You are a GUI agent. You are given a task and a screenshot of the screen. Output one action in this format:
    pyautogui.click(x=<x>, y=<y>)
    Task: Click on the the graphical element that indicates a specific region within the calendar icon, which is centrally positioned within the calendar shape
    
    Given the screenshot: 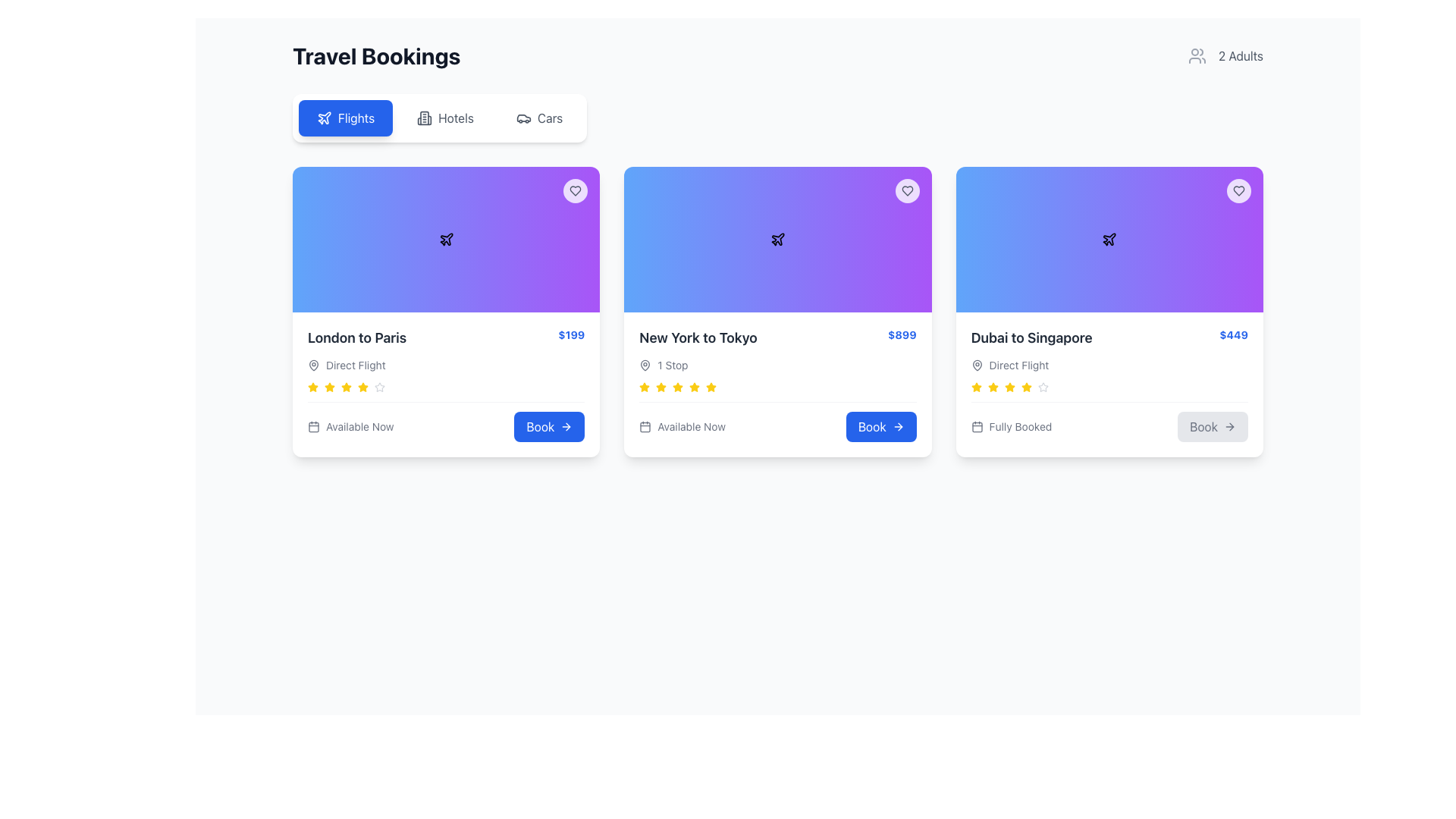 What is the action you would take?
    pyautogui.click(x=645, y=427)
    